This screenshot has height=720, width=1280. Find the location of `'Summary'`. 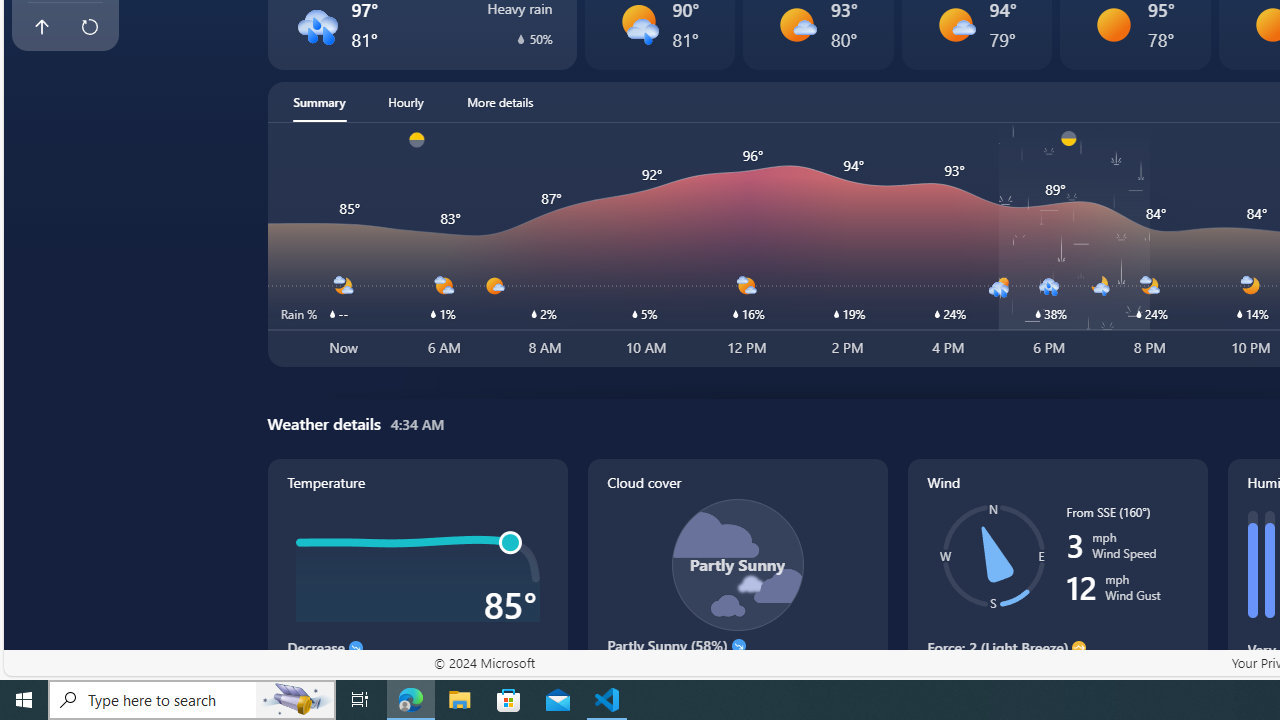

'Summary' is located at coordinates (318, 101).